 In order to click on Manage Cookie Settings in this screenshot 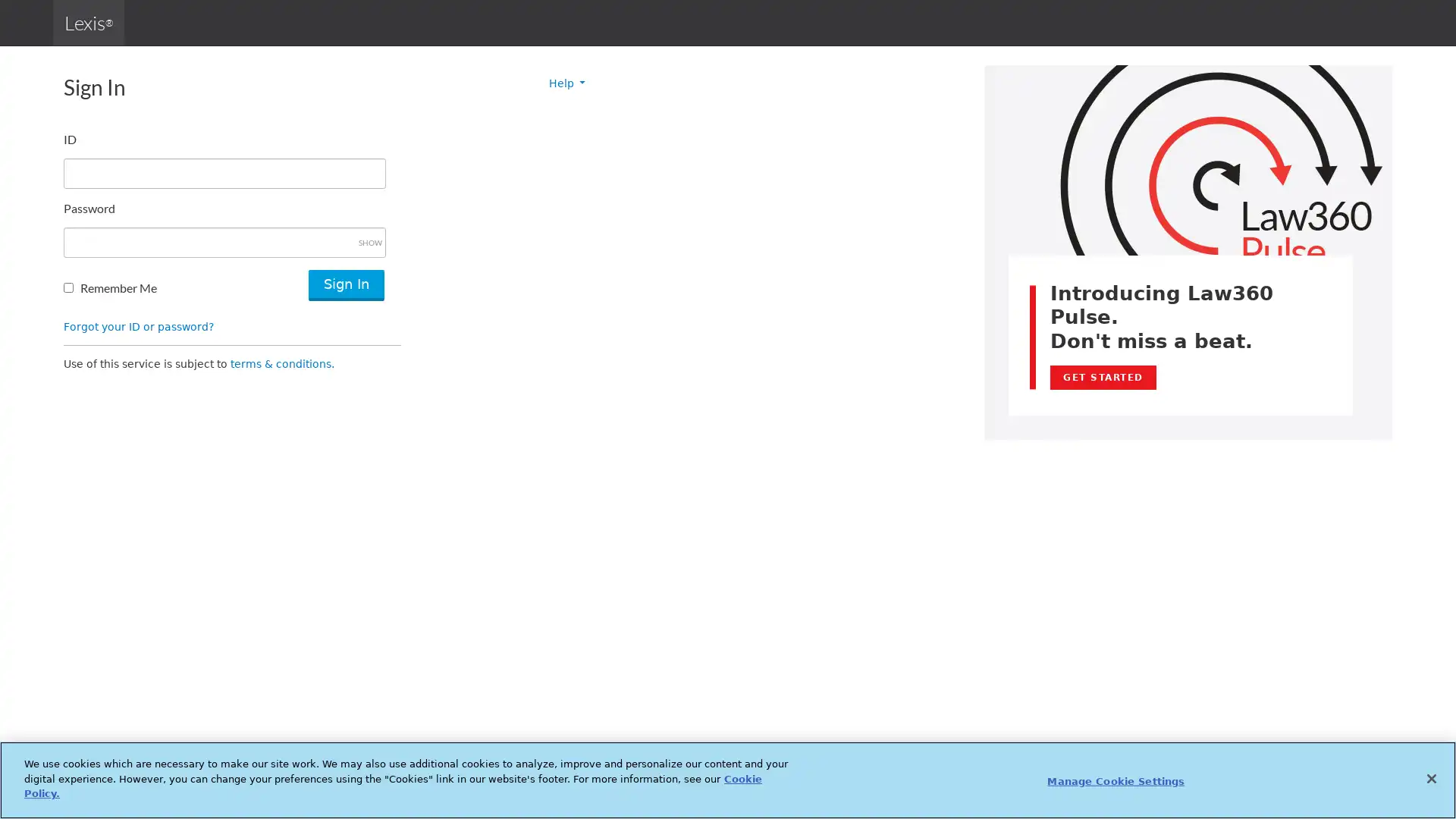, I will do `click(1116, 780)`.